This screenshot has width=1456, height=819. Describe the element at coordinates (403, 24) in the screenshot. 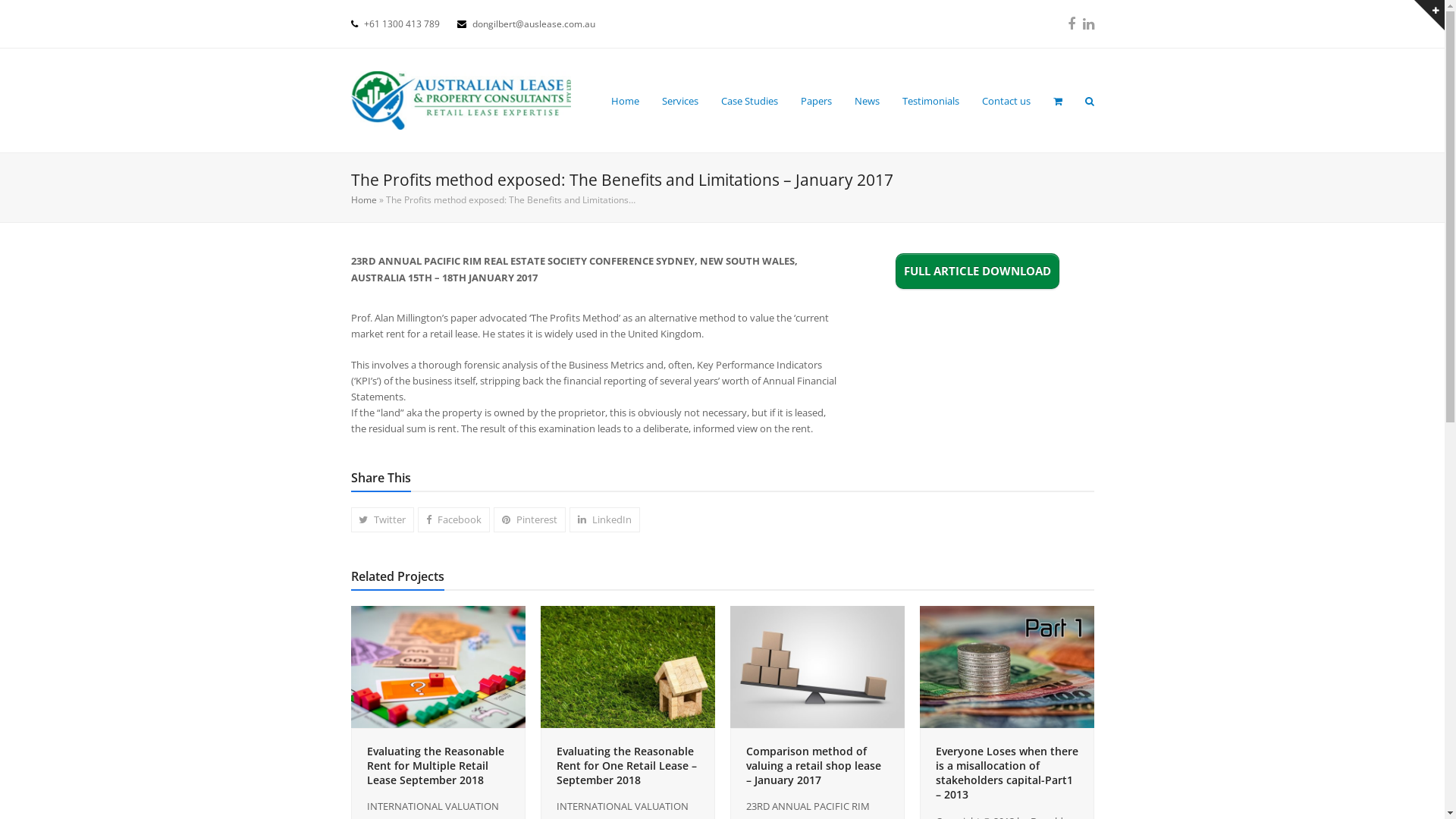

I see `'61 1300 413 789'` at that location.